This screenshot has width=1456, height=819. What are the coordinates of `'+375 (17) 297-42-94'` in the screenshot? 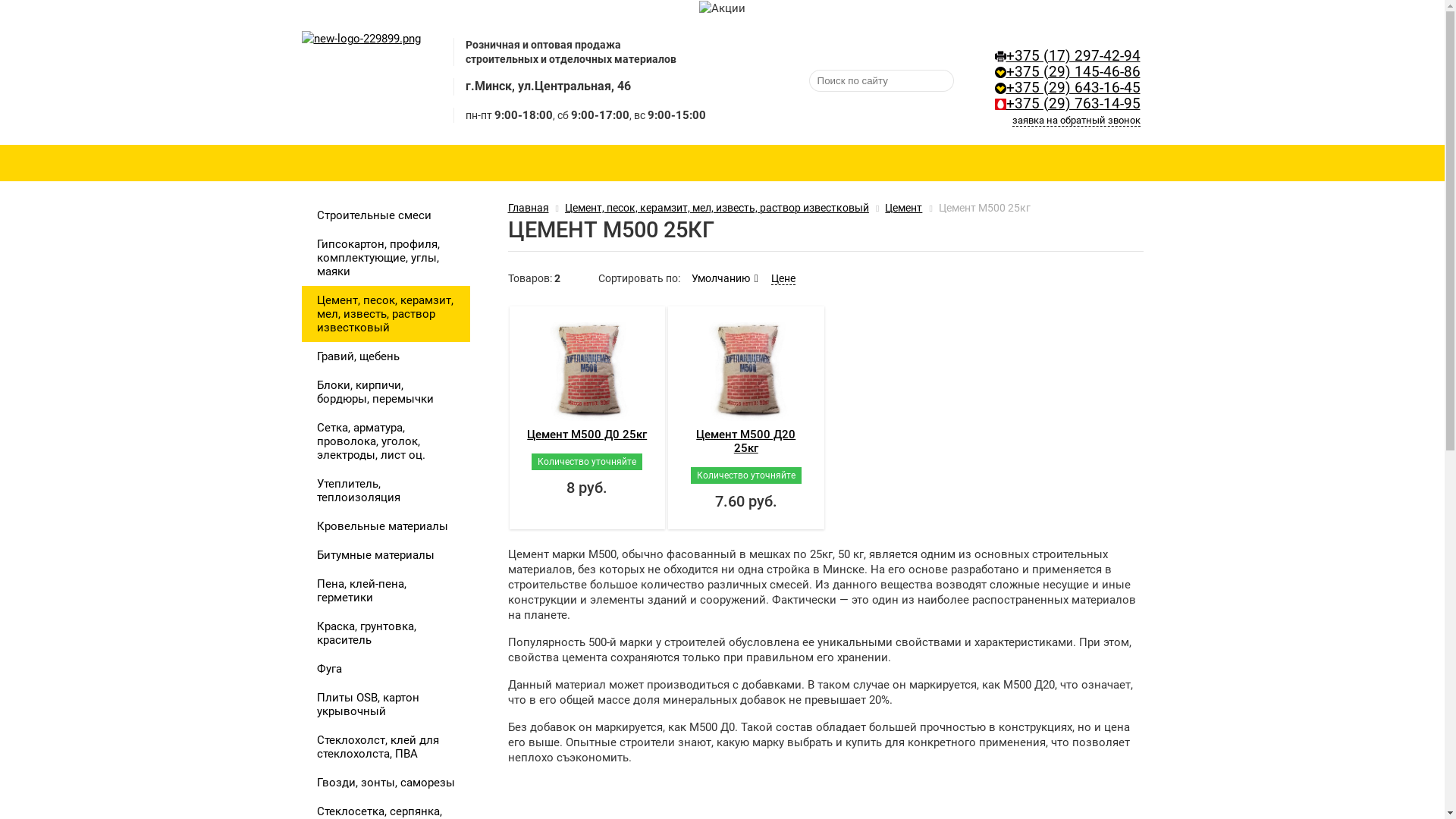 It's located at (1072, 55).